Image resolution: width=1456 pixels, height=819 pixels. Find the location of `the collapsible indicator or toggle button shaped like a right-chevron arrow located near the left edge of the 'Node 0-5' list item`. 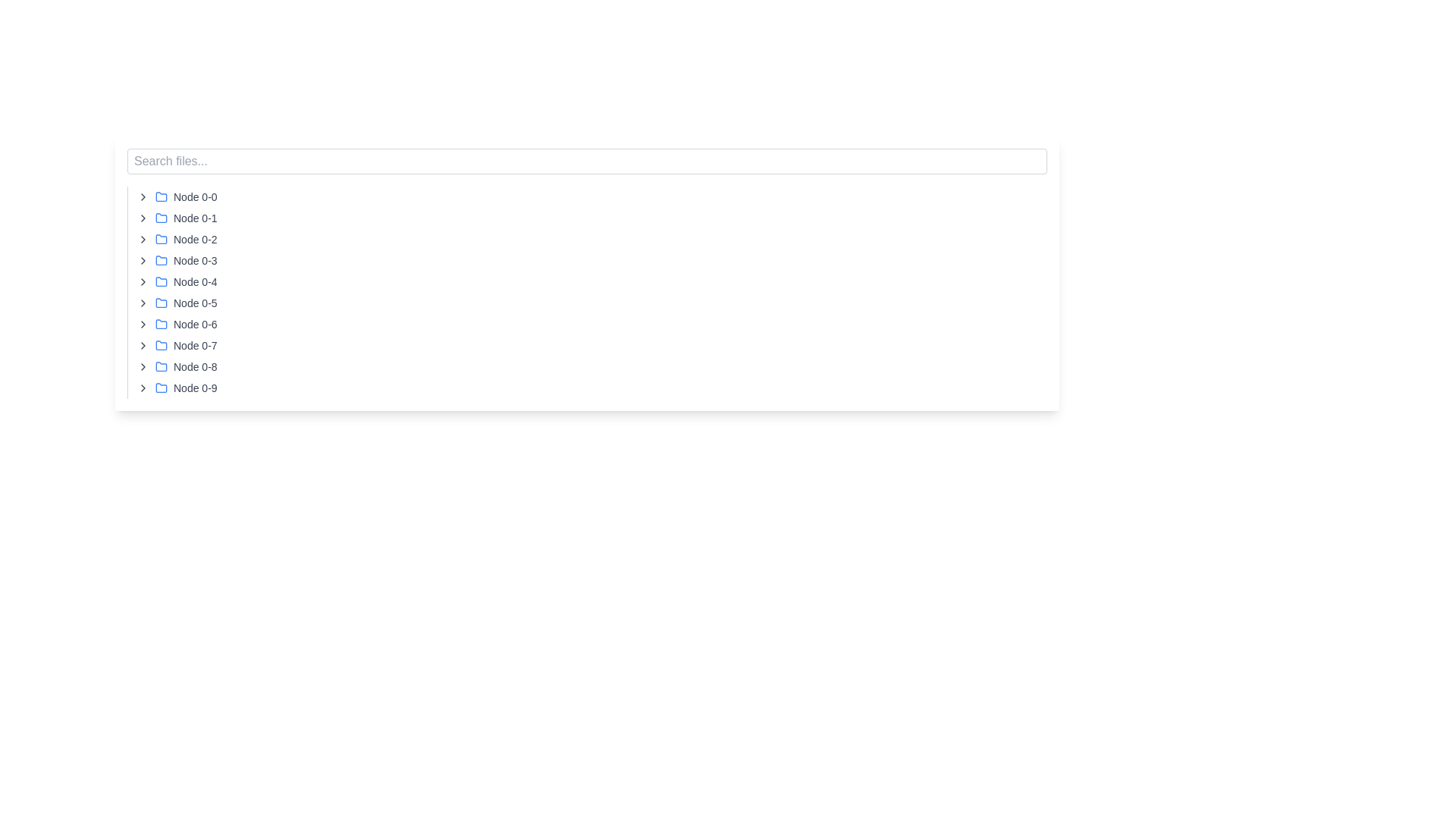

the collapsible indicator or toggle button shaped like a right-chevron arrow located near the left edge of the 'Node 0-5' list item is located at coordinates (143, 303).